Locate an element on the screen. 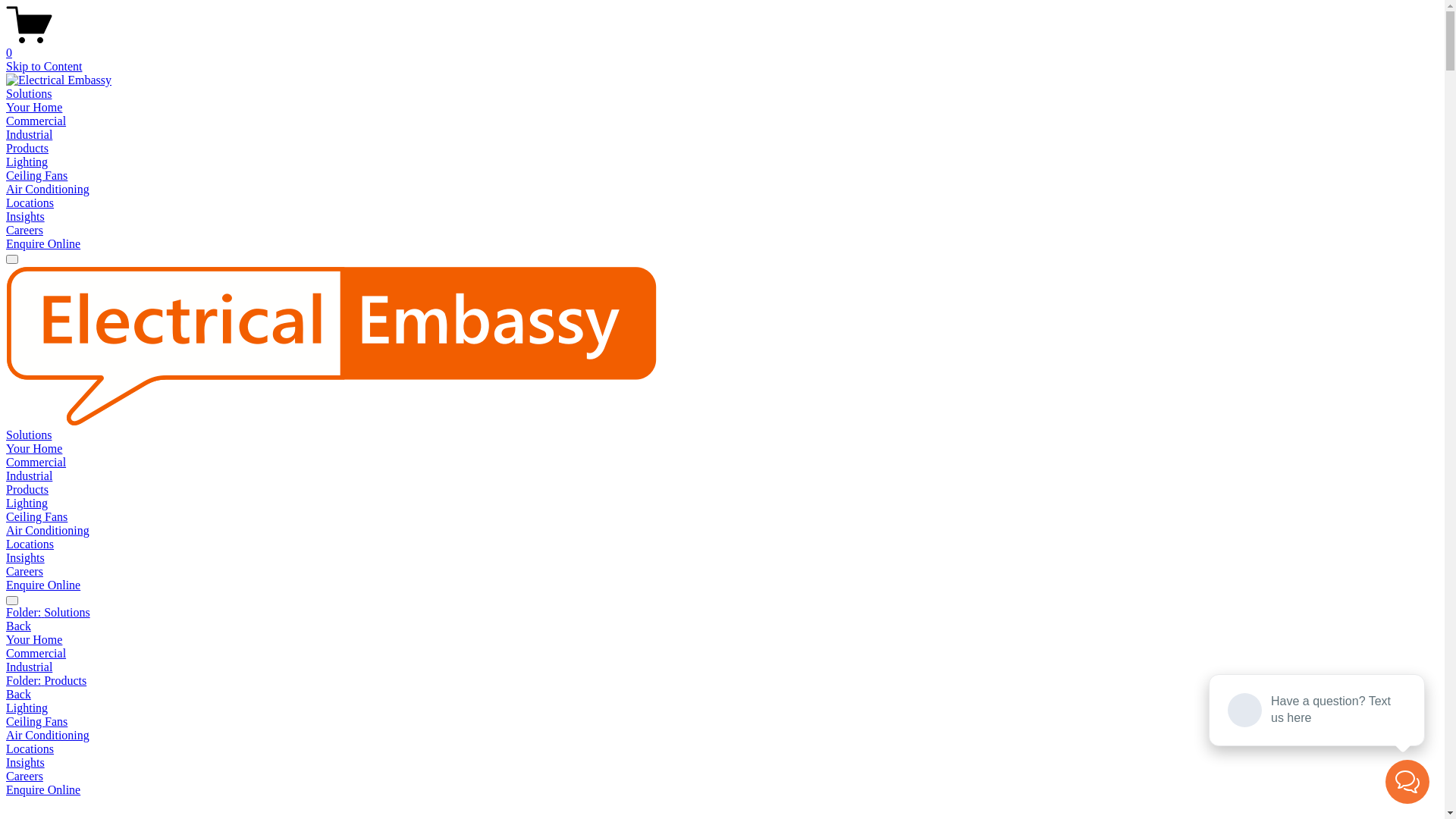  'Careers' is located at coordinates (6, 776).